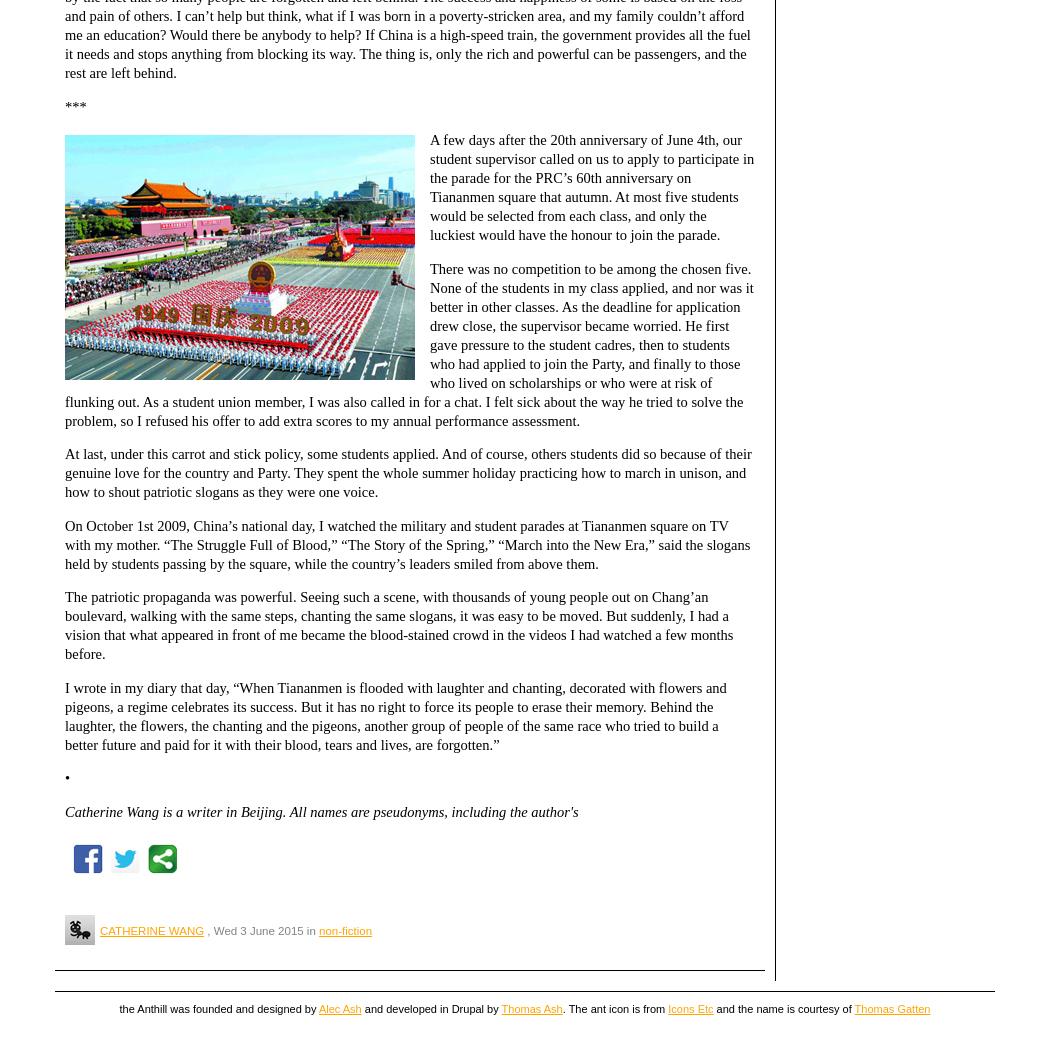  Describe the element at coordinates (397, 810) in the screenshot. I see `'are pseudonyms'` at that location.